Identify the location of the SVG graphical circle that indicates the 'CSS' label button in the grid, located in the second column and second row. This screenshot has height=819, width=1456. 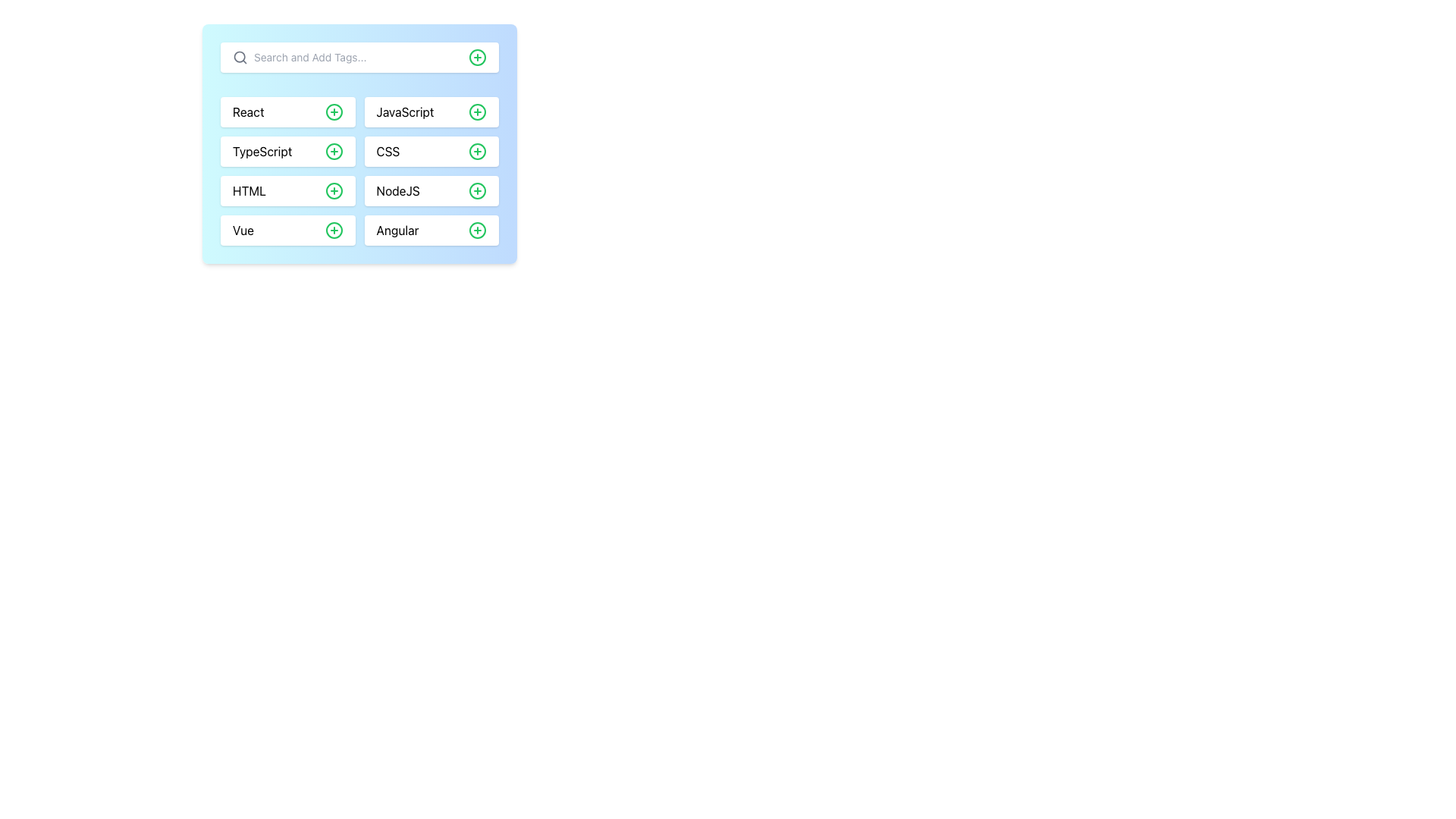
(476, 152).